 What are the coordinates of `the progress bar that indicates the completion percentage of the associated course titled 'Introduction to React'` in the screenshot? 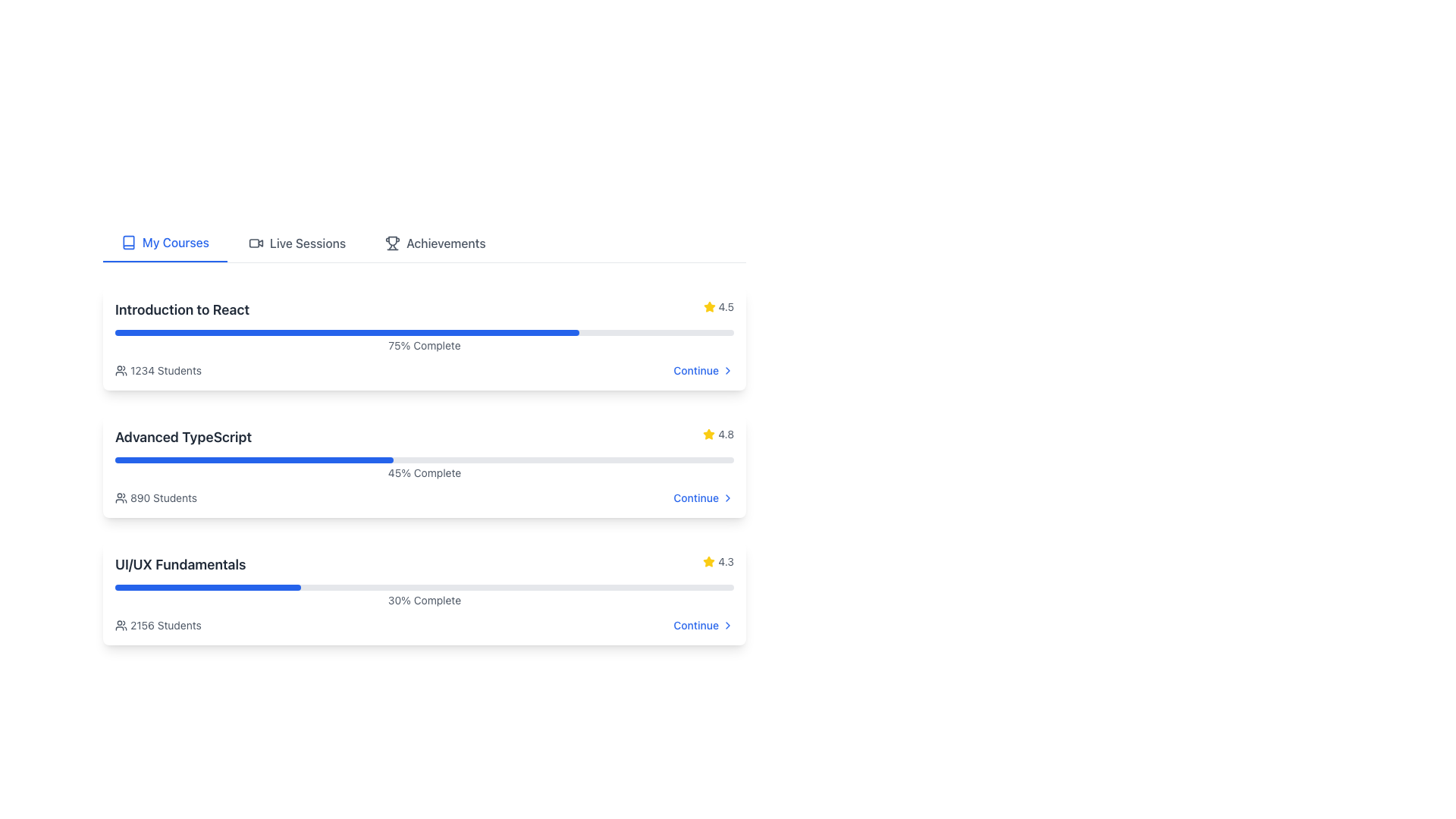 It's located at (425, 342).